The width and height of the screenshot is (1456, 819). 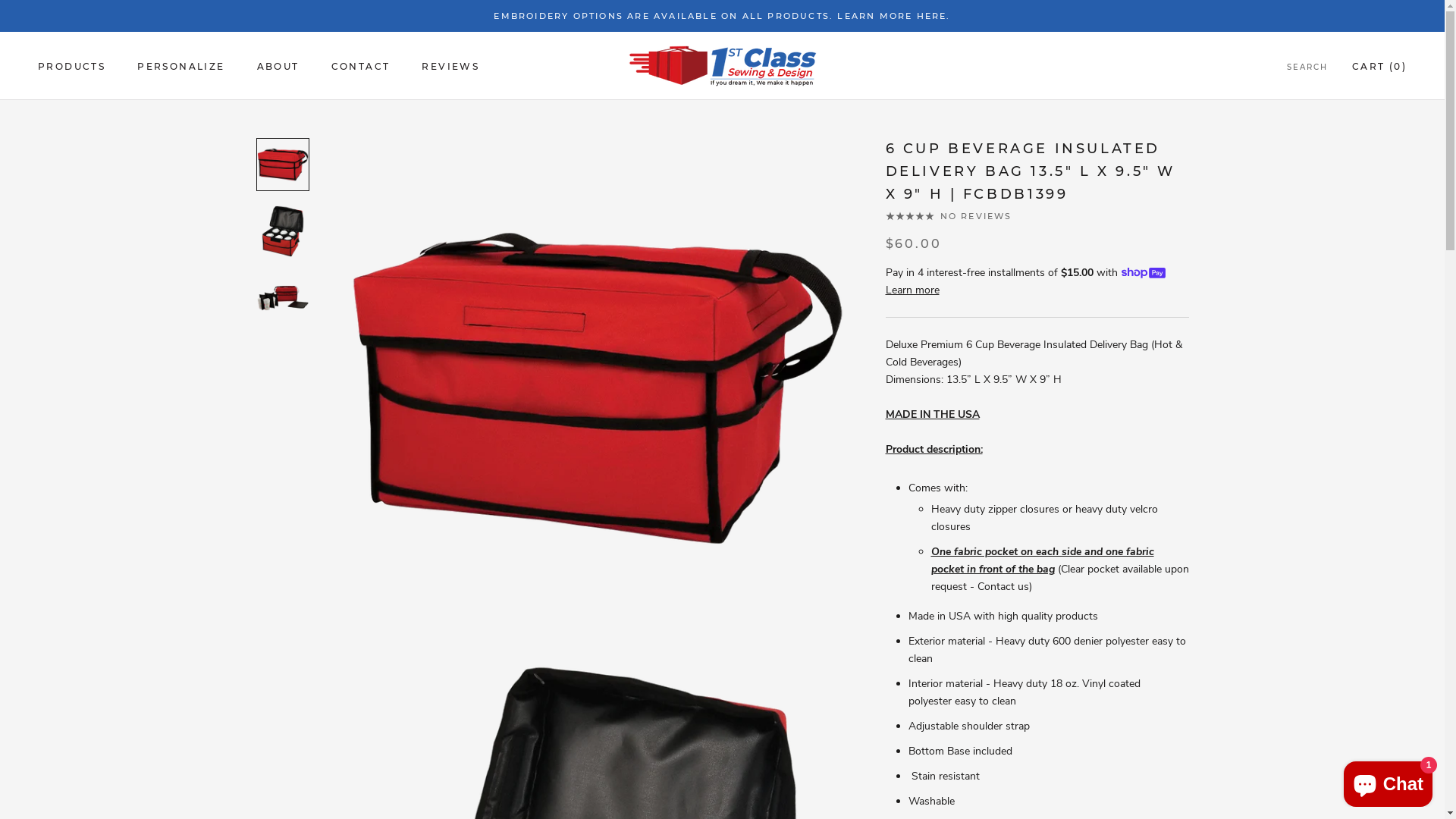 I want to click on 'CART (0)', so click(x=1379, y=65).